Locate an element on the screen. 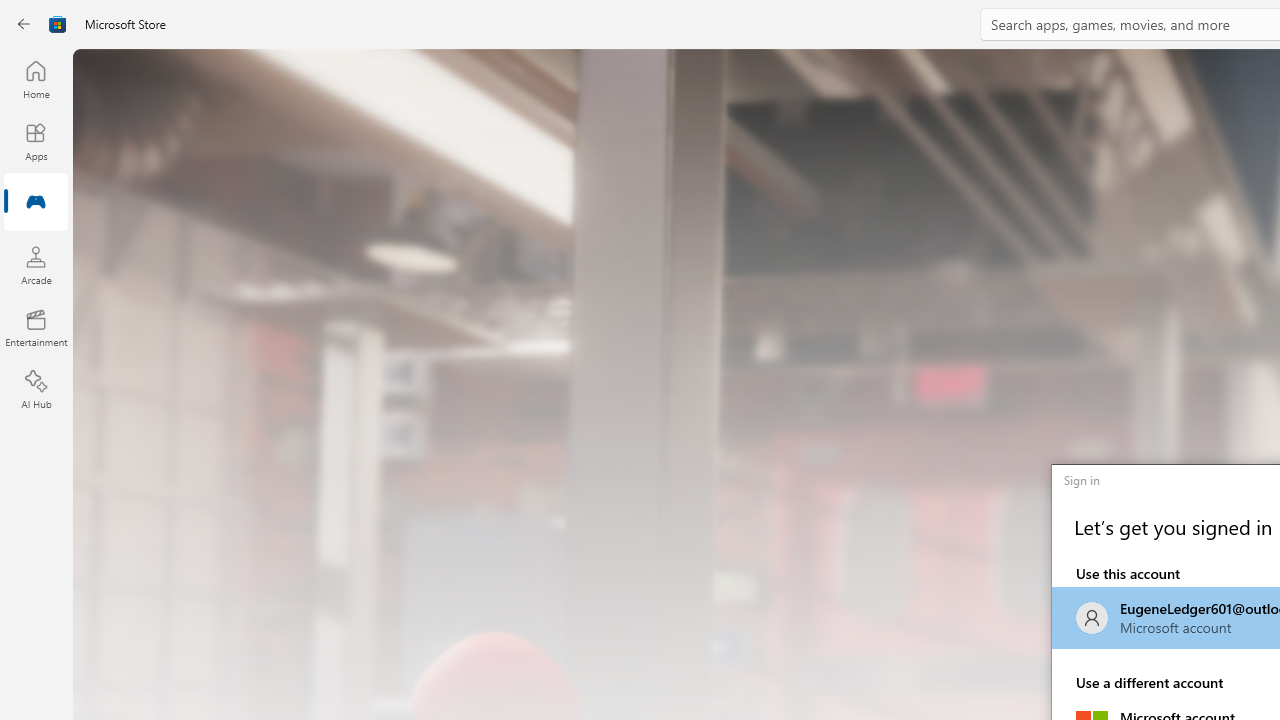 The width and height of the screenshot is (1280, 720). 'Class: Image' is located at coordinates (58, 24).